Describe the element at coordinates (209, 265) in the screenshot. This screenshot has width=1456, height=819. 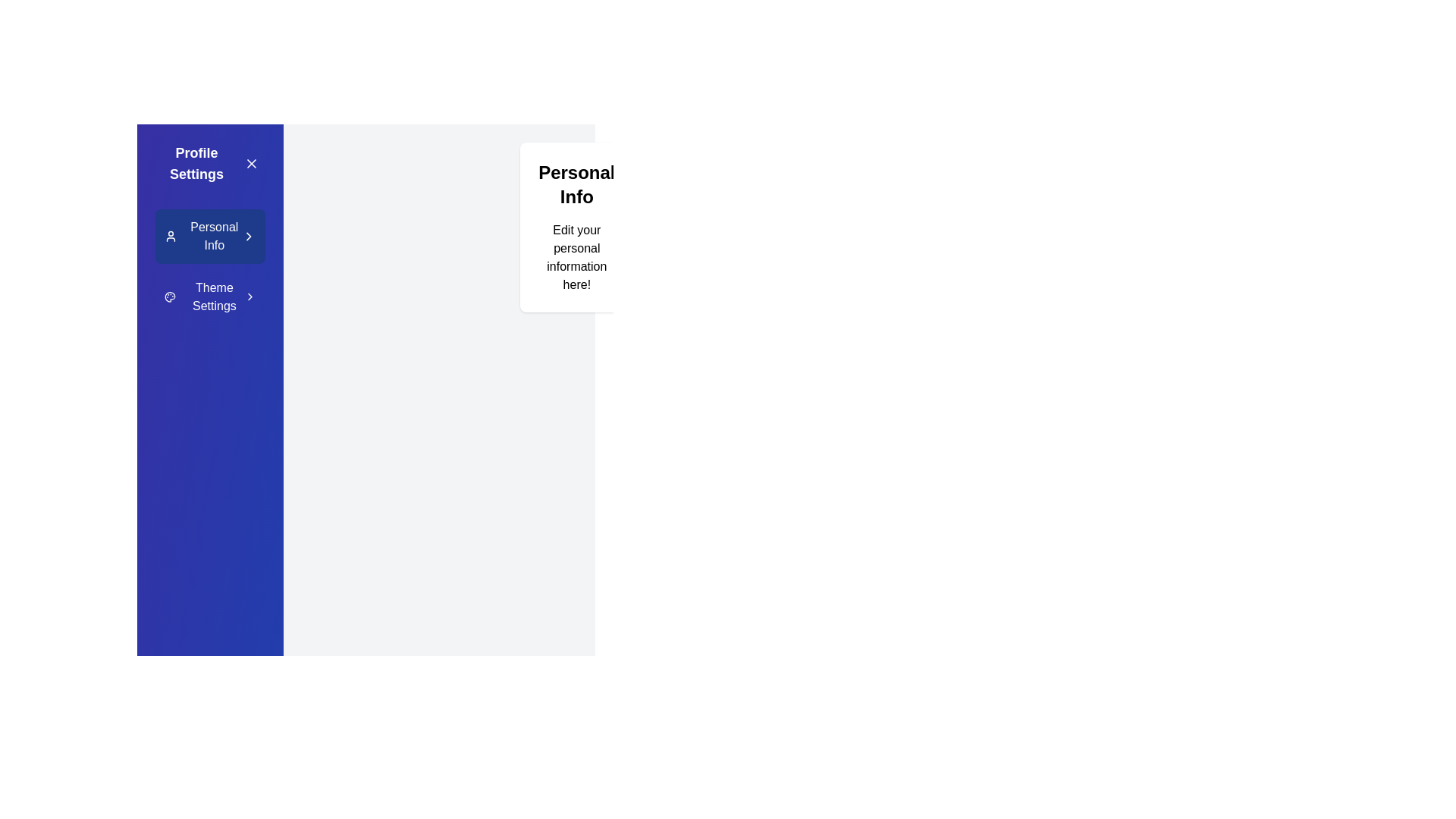
I see `the 'Personal Info' option in the Menu List located in the left sidebar of the 'Profile Settings' section` at that location.